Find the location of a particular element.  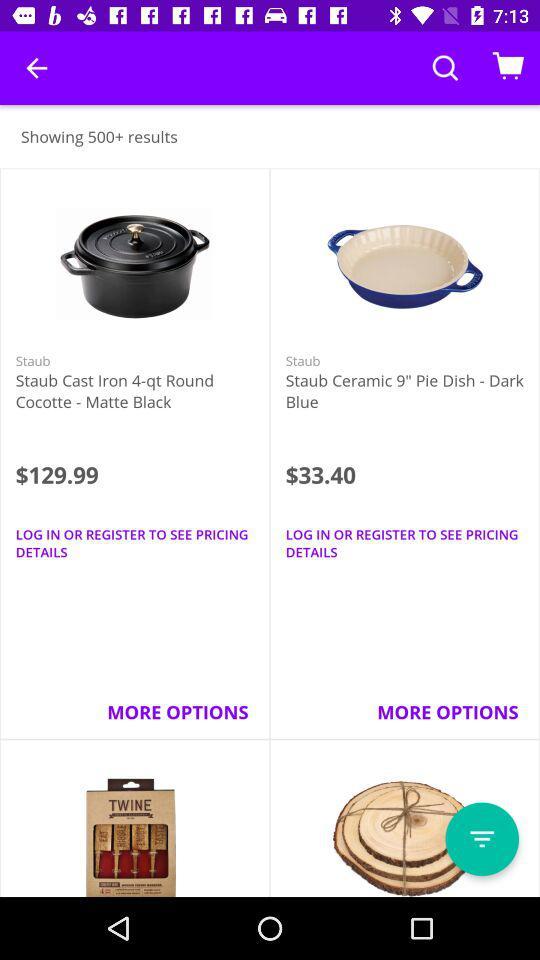

tap filter option is located at coordinates (481, 839).